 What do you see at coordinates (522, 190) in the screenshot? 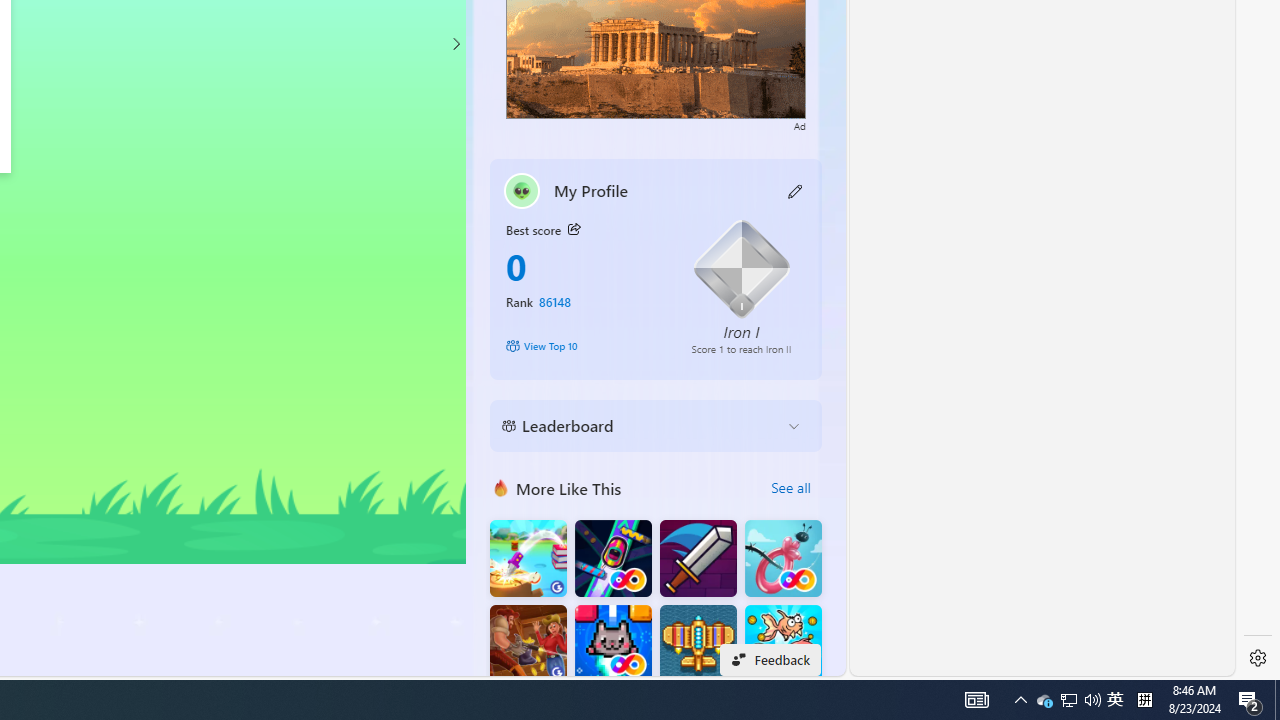
I see `'""'` at bounding box center [522, 190].